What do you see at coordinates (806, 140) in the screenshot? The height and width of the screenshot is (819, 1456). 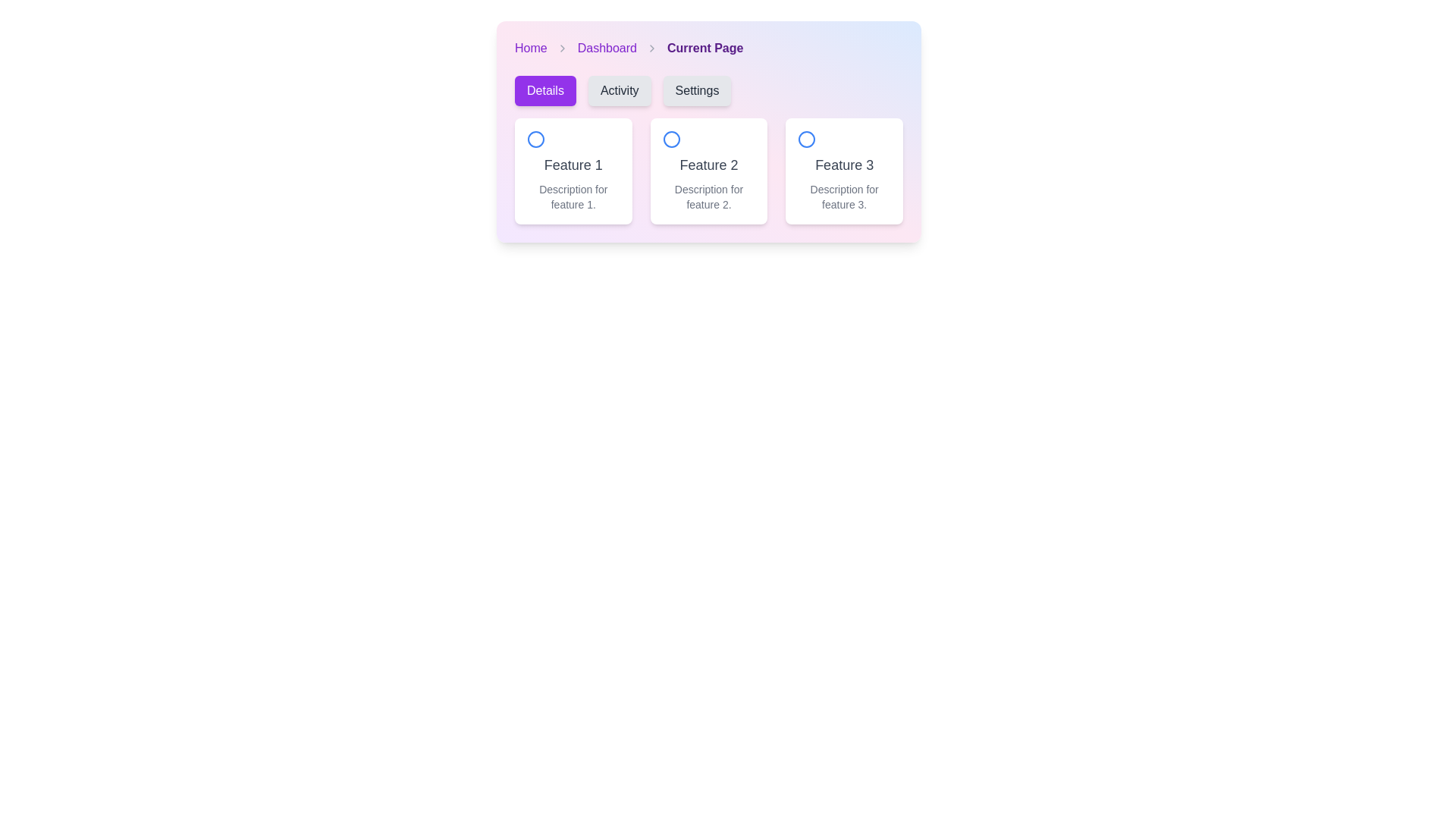 I see `the blue circular icon with a thin stroke located above the 'Feature 3' title in the feature card` at bounding box center [806, 140].